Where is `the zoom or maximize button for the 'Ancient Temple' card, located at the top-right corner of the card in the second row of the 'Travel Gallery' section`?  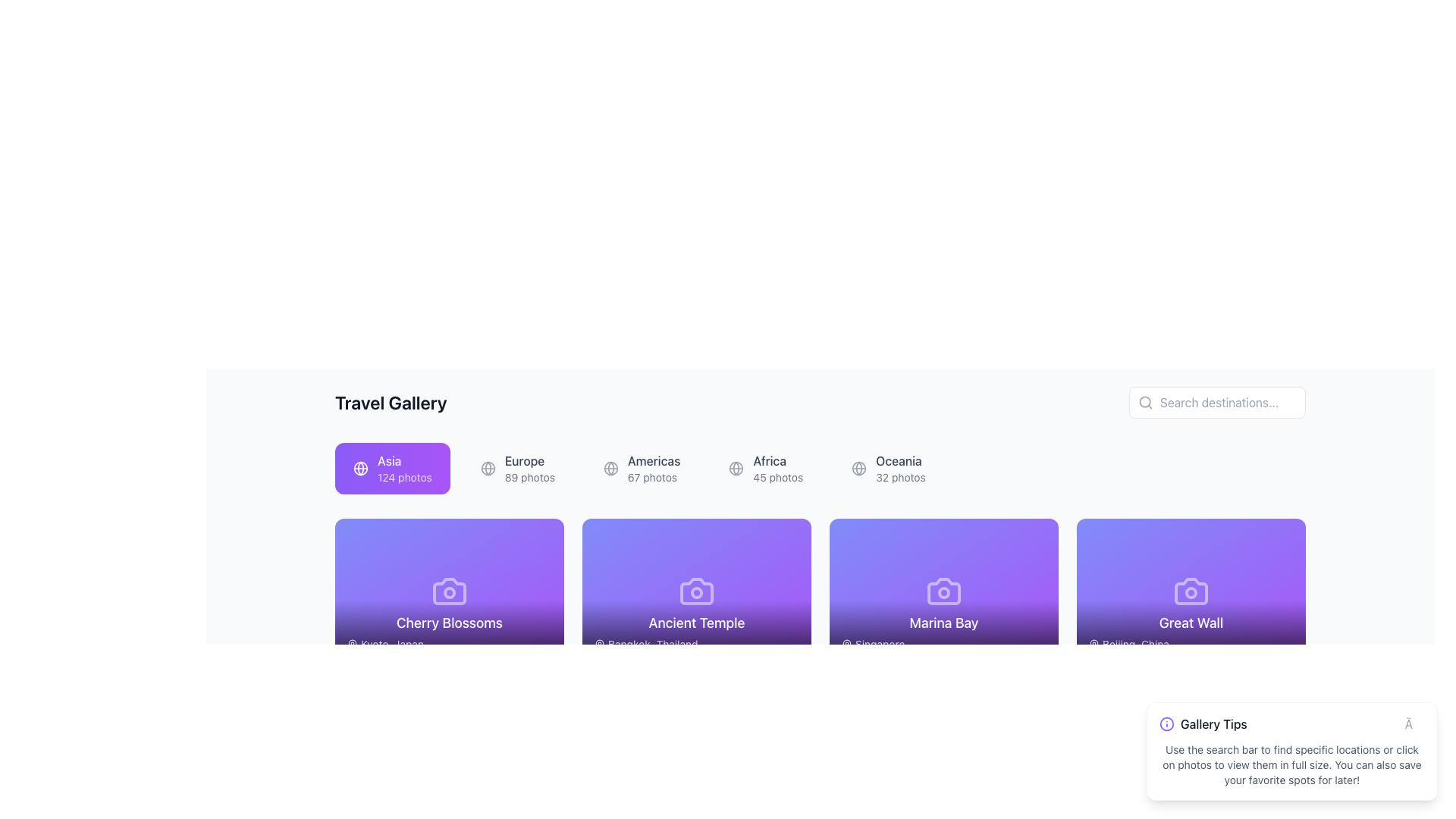
the zoom or maximize button for the 'Ancient Temple' card, located at the top-right corner of the card in the second row of the 'Travel Gallery' section is located at coordinates (786, 543).